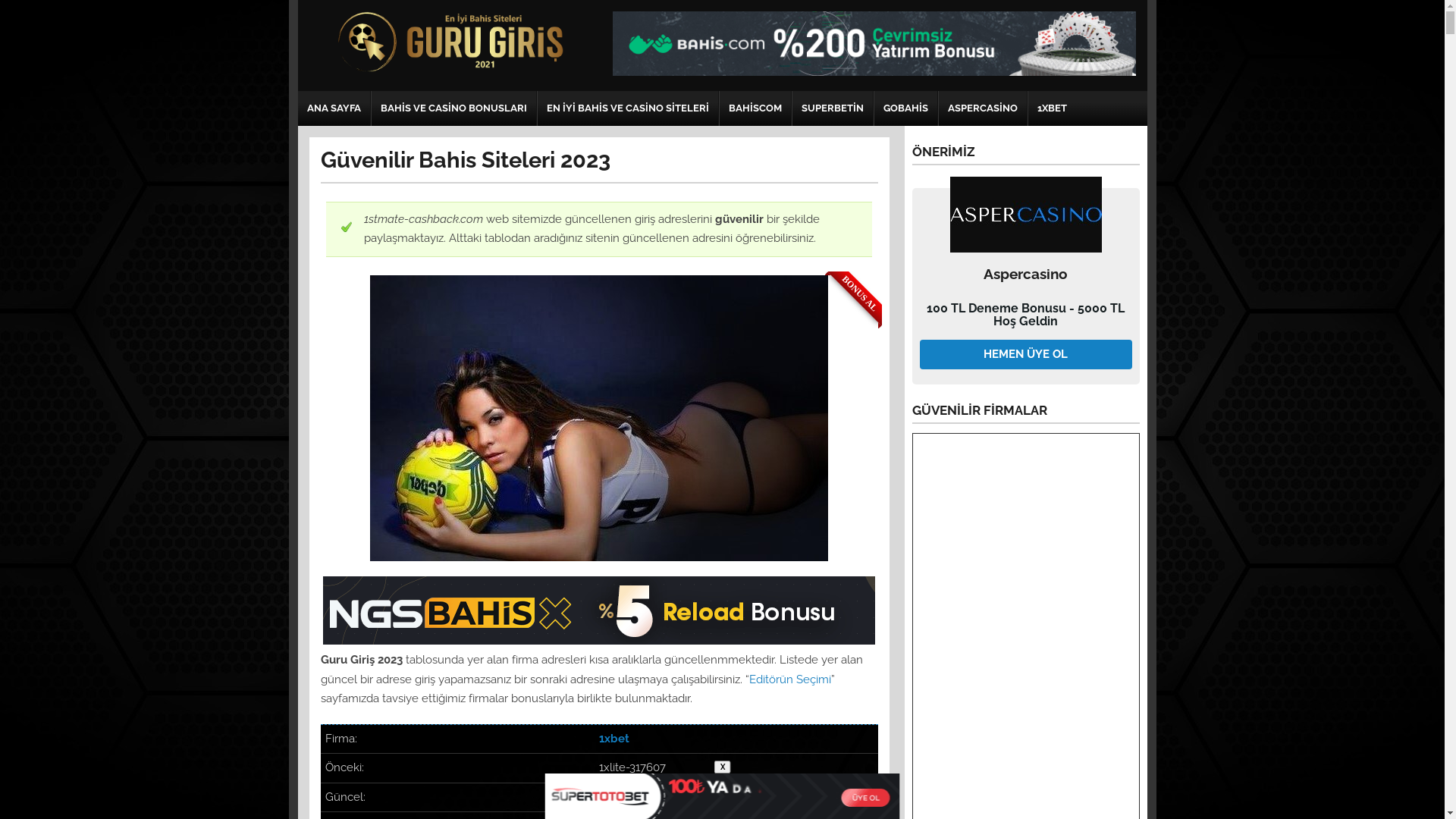 Image resolution: width=1456 pixels, height=819 pixels. I want to click on 'BAHISCOM', so click(754, 107).